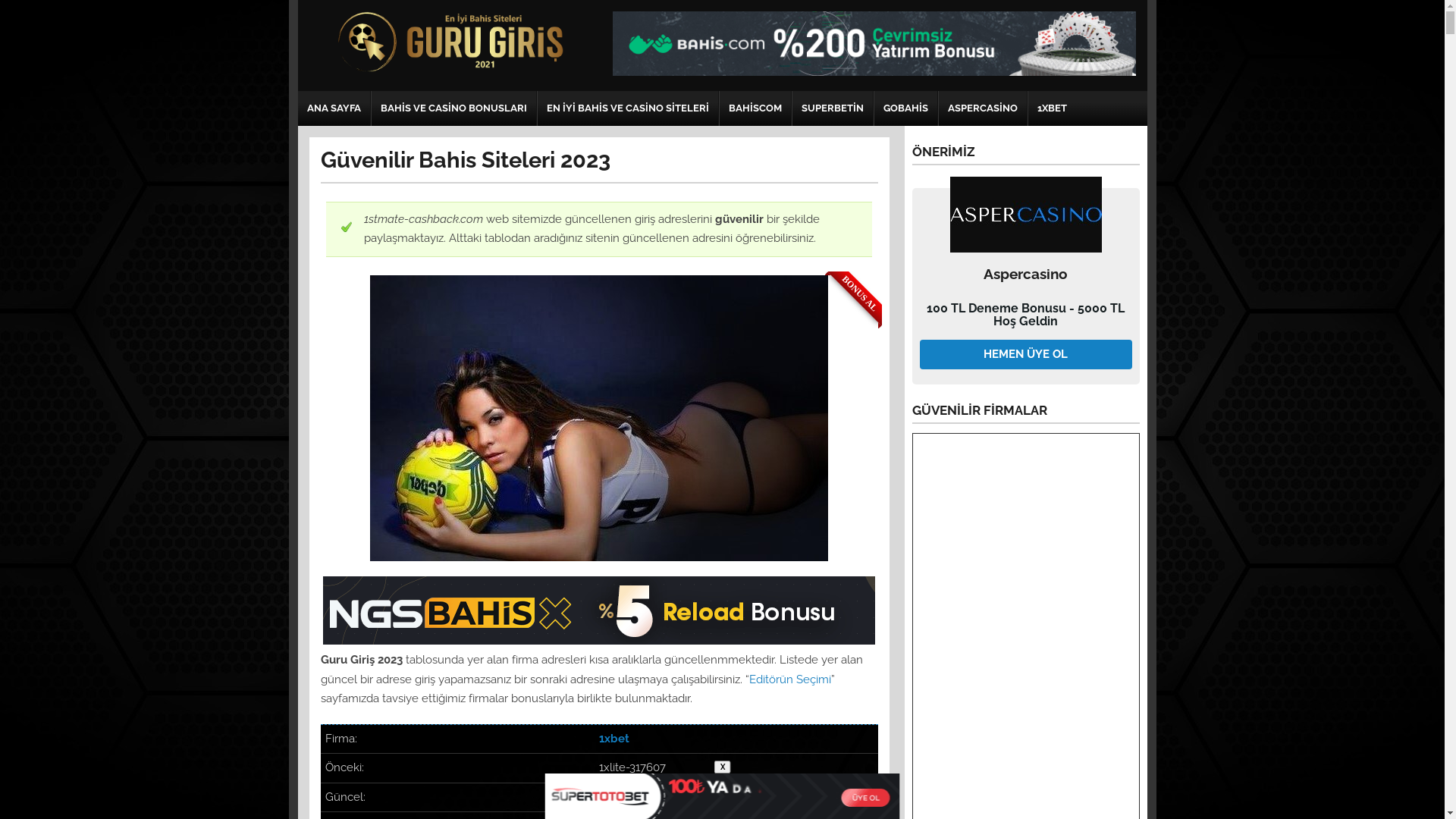 Image resolution: width=1456 pixels, height=819 pixels. I want to click on 'BAHISCOM', so click(754, 107).